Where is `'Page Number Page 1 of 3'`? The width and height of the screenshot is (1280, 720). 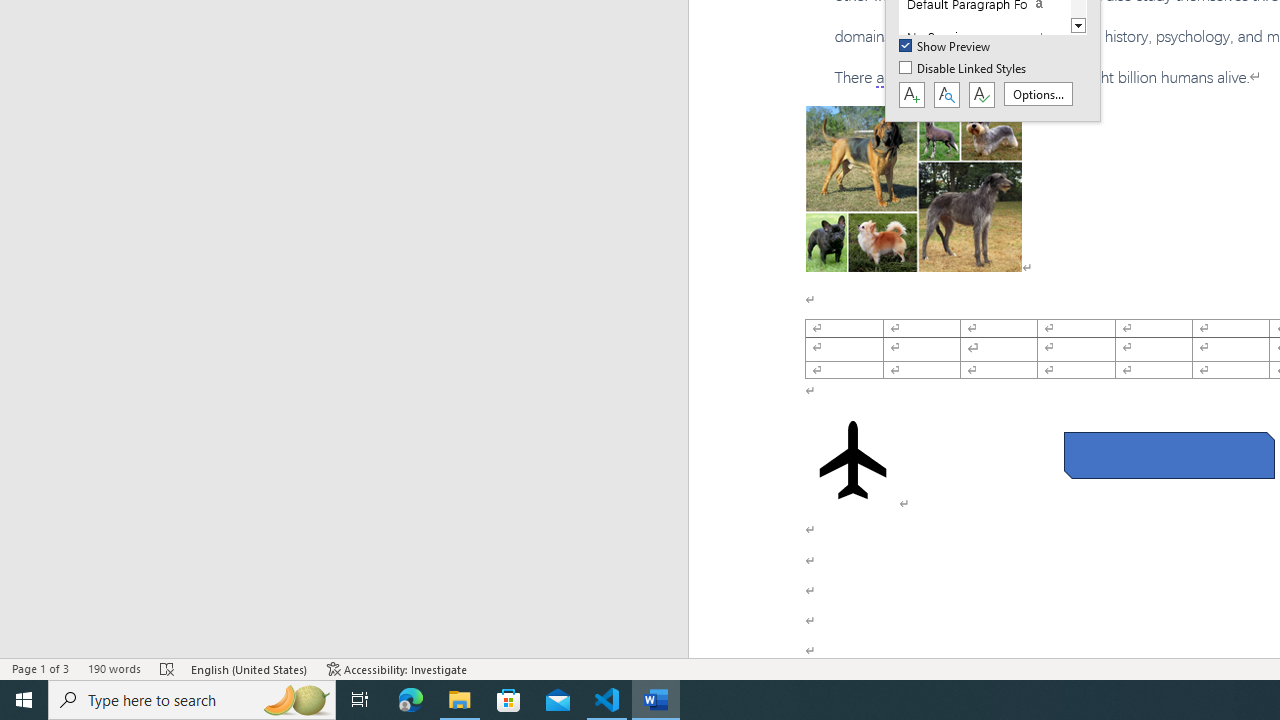 'Page Number Page 1 of 3' is located at coordinates (40, 669).